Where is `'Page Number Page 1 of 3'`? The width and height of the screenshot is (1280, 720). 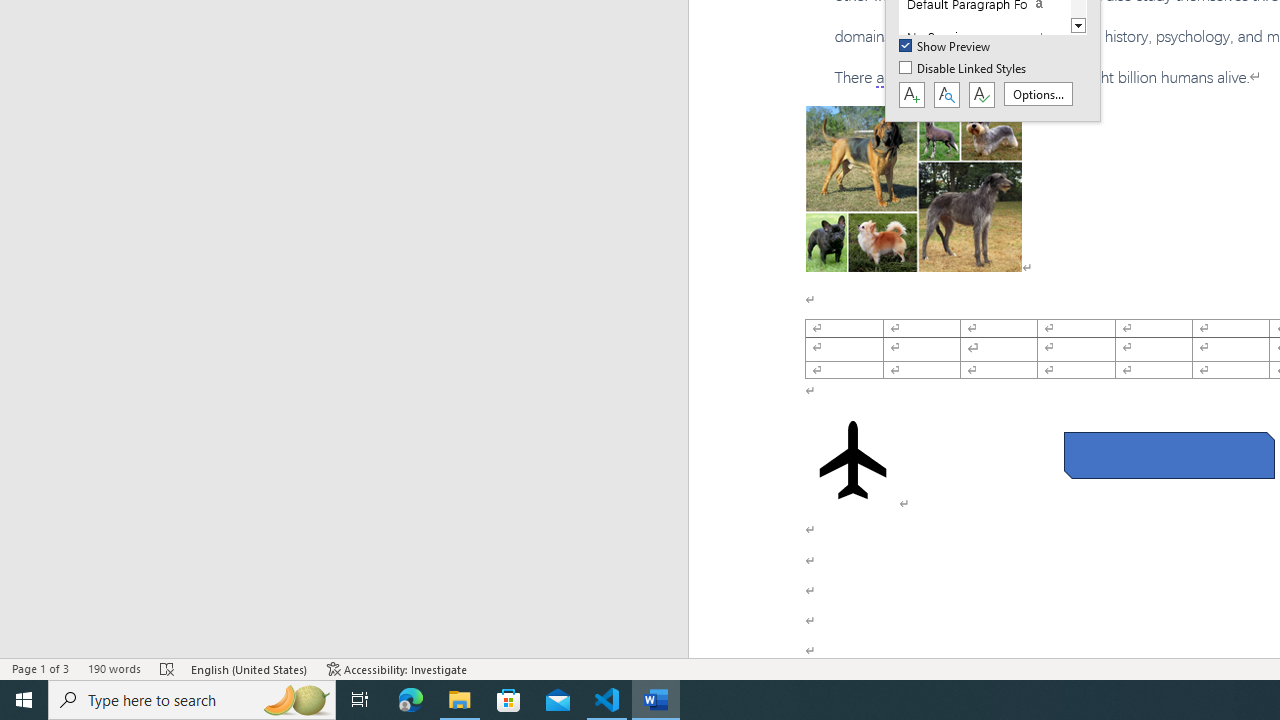 'Page Number Page 1 of 3' is located at coordinates (40, 669).